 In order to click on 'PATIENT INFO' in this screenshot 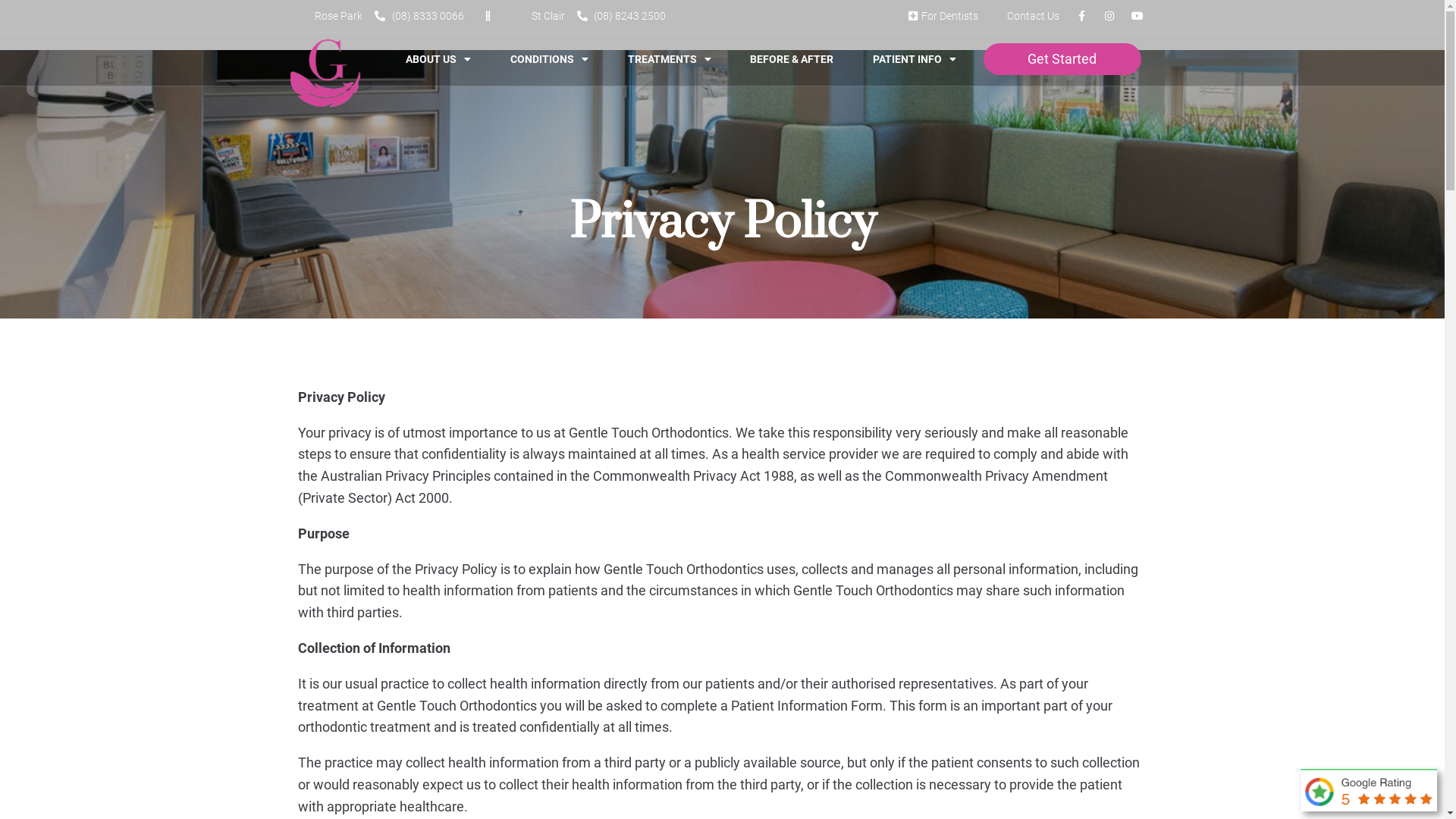, I will do `click(860, 58)`.